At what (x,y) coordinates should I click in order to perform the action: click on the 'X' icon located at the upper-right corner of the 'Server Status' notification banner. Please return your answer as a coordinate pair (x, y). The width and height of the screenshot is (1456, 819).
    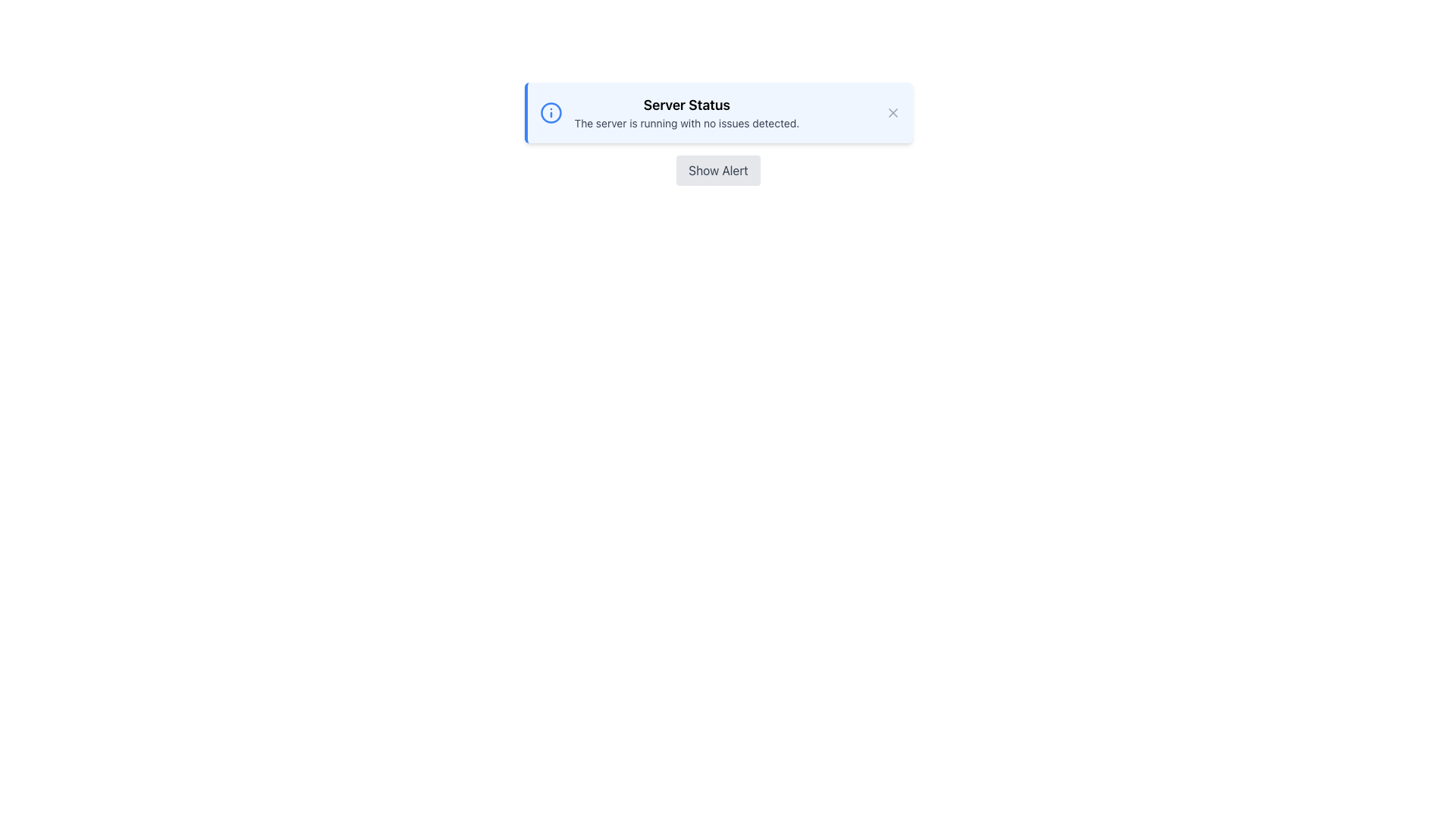
    Looking at the image, I should click on (893, 112).